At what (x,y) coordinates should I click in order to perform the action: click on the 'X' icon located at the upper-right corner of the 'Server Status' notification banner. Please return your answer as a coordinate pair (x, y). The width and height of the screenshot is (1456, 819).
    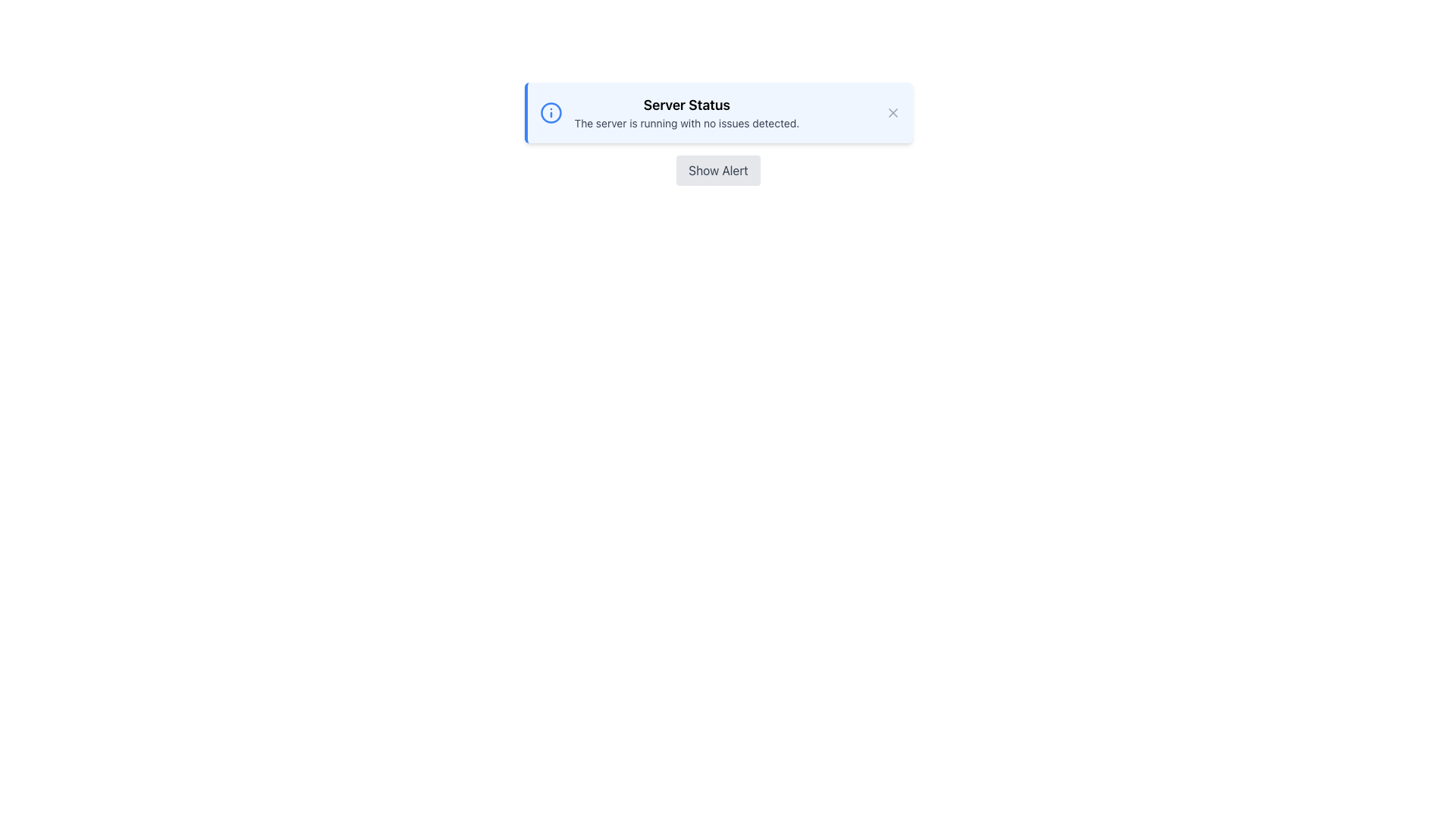
    Looking at the image, I should click on (893, 112).